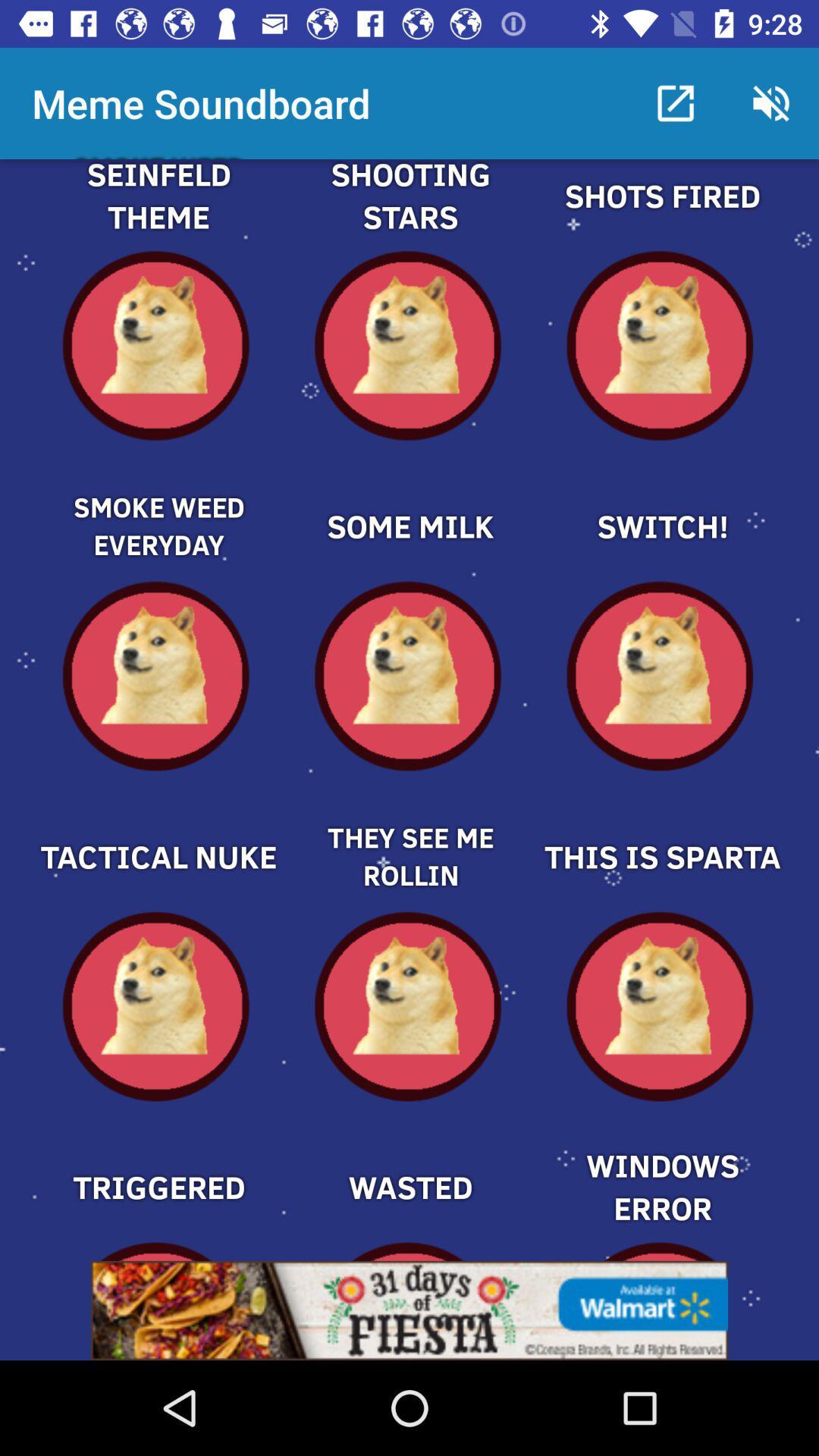 This screenshot has width=819, height=1456. Describe the element at coordinates (409, 1160) in the screenshot. I see `option` at that location.